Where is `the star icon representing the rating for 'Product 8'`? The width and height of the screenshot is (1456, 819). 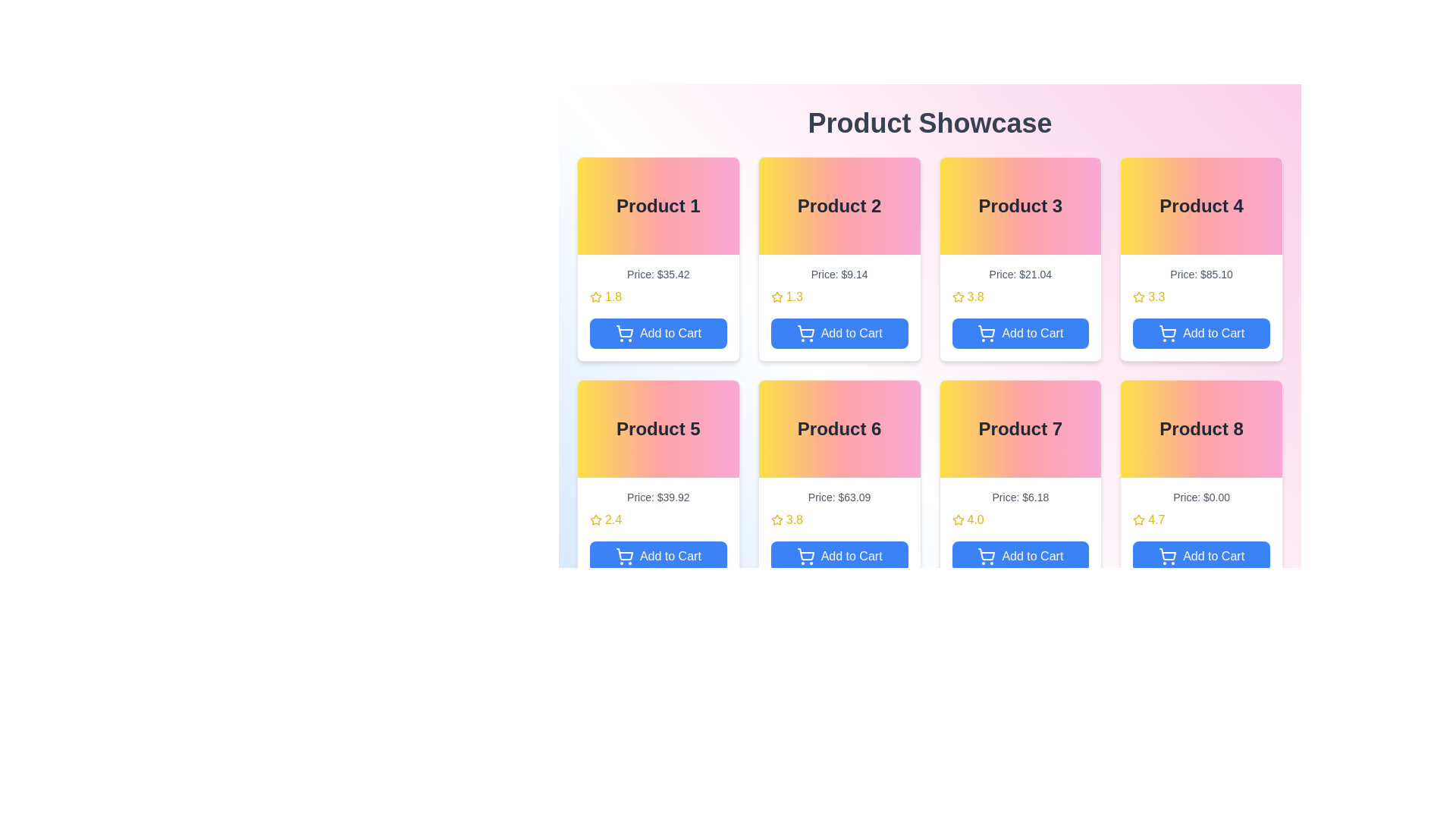 the star icon representing the rating for 'Product 8' is located at coordinates (1139, 519).